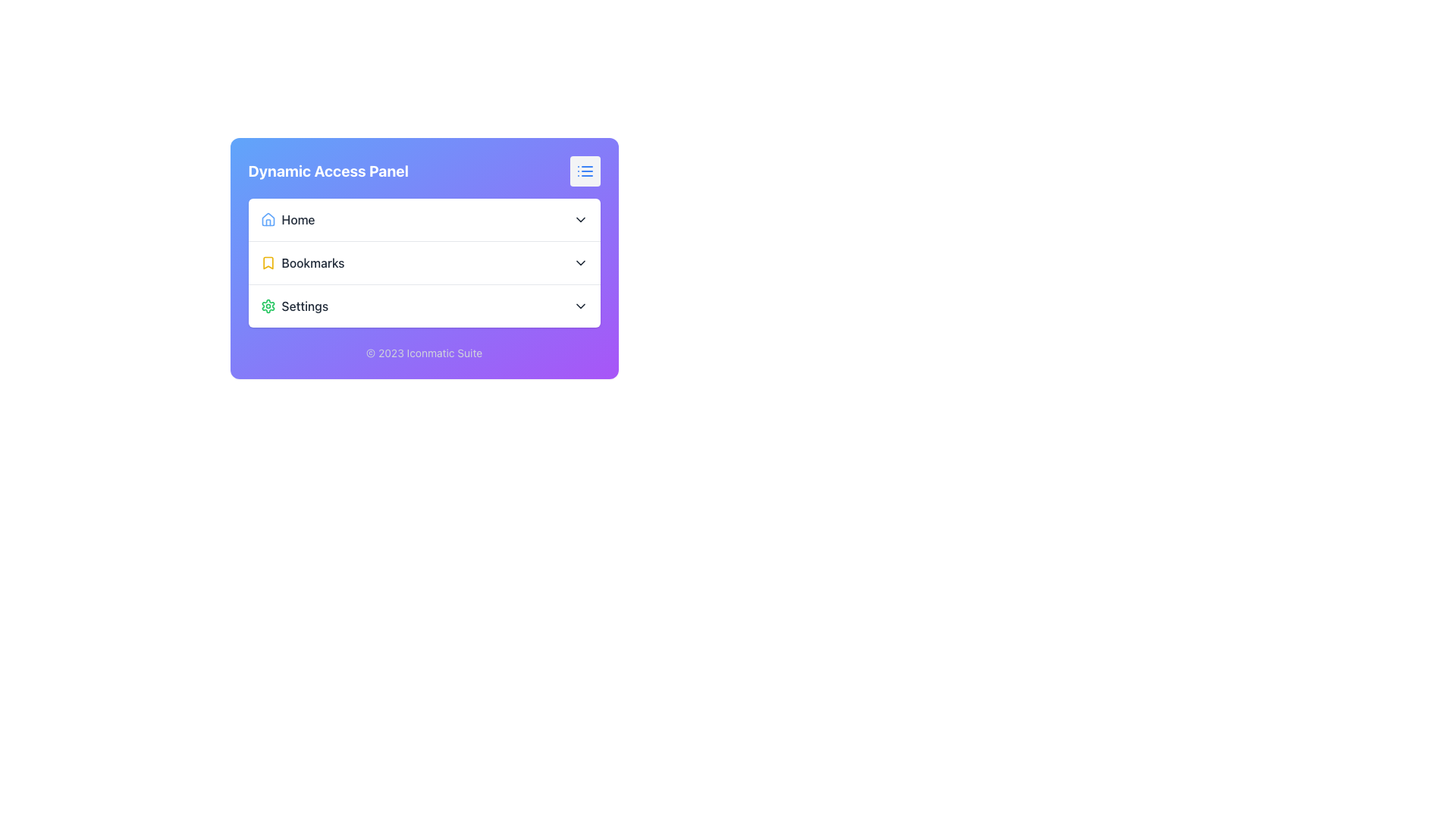 Image resolution: width=1456 pixels, height=819 pixels. Describe the element at coordinates (579, 262) in the screenshot. I see `the downward-pointing chevron icon located to the right of the 'Bookmarks' text in the second row of the list` at that location.